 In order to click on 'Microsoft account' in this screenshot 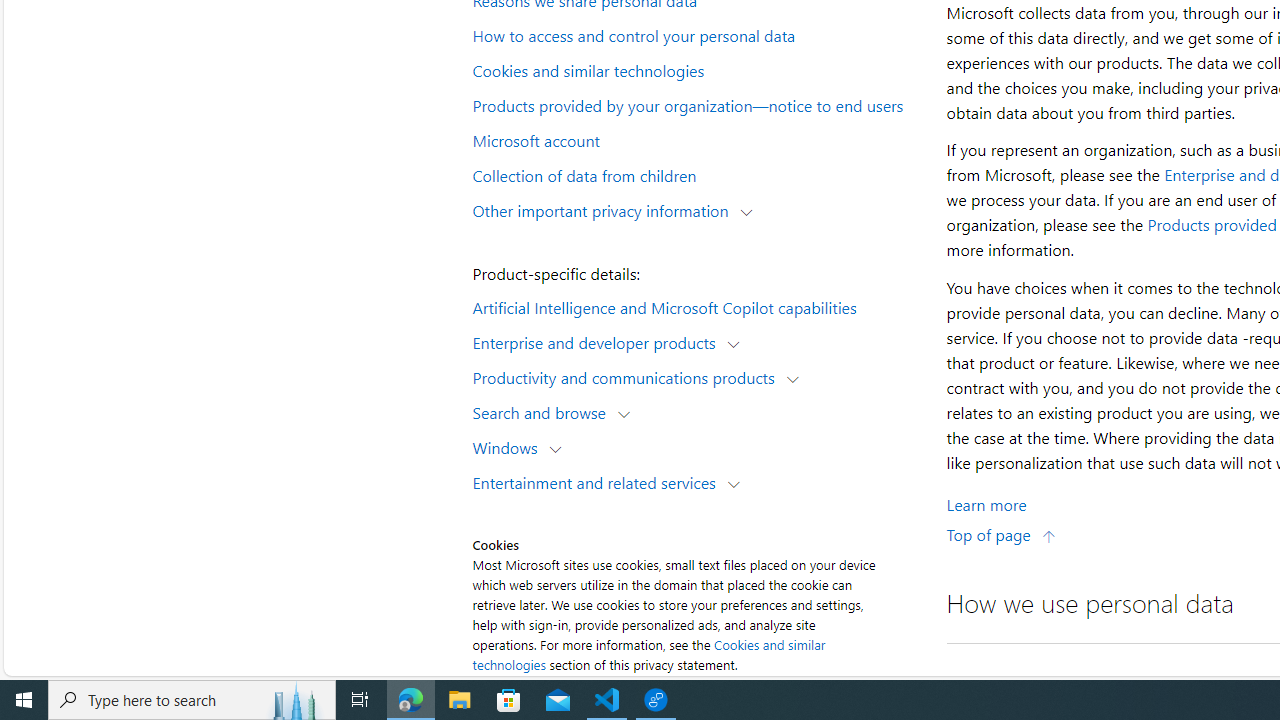, I will do `click(696, 138)`.